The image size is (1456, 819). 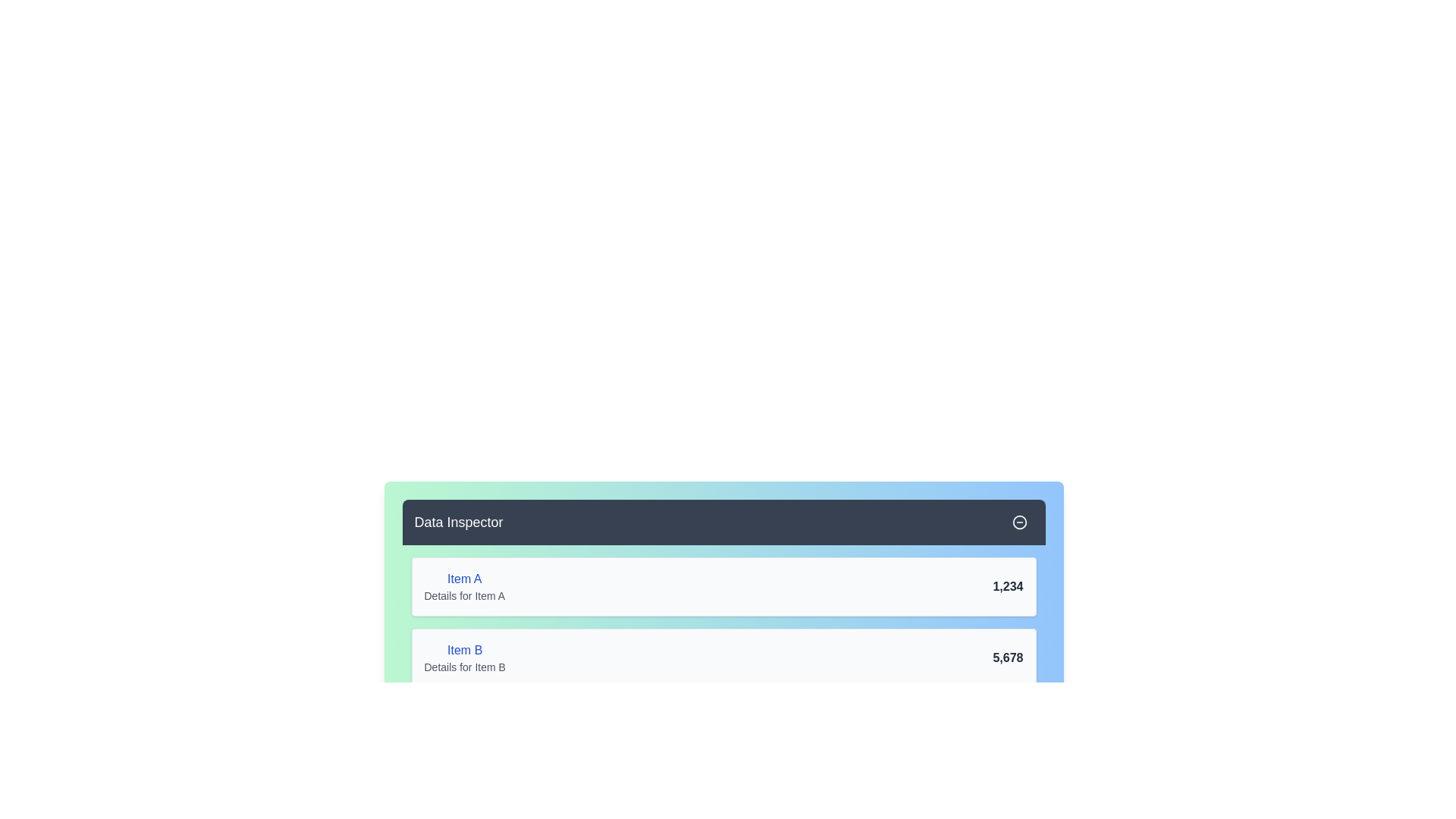 I want to click on the non-interactive text label providing information about 'Item B', located directly below 'Item B' in the 'Data Inspector' section, so click(x=464, y=666).